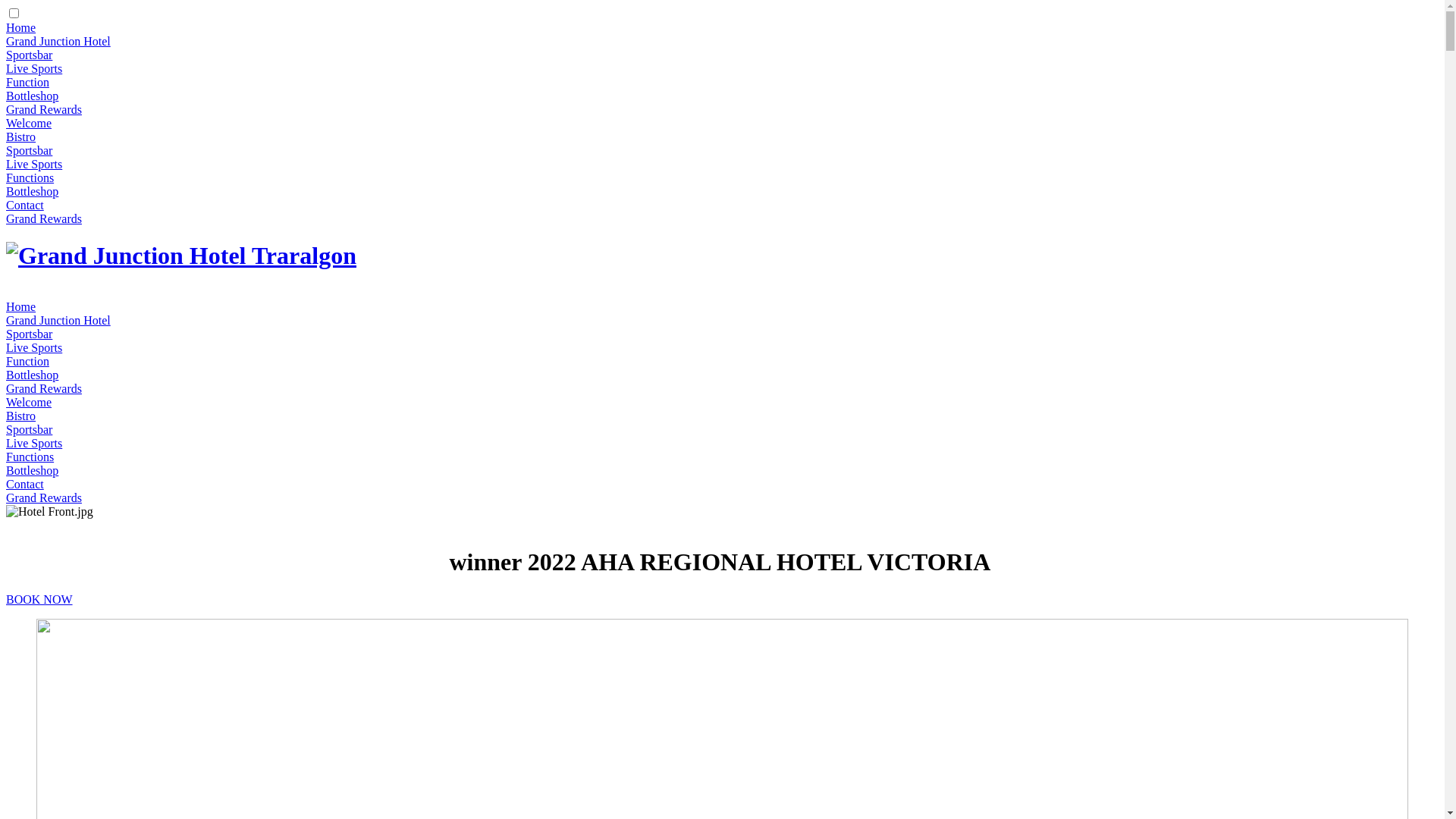 This screenshot has width=1456, height=819. What do you see at coordinates (6, 469) in the screenshot?
I see `'Bottleshop'` at bounding box center [6, 469].